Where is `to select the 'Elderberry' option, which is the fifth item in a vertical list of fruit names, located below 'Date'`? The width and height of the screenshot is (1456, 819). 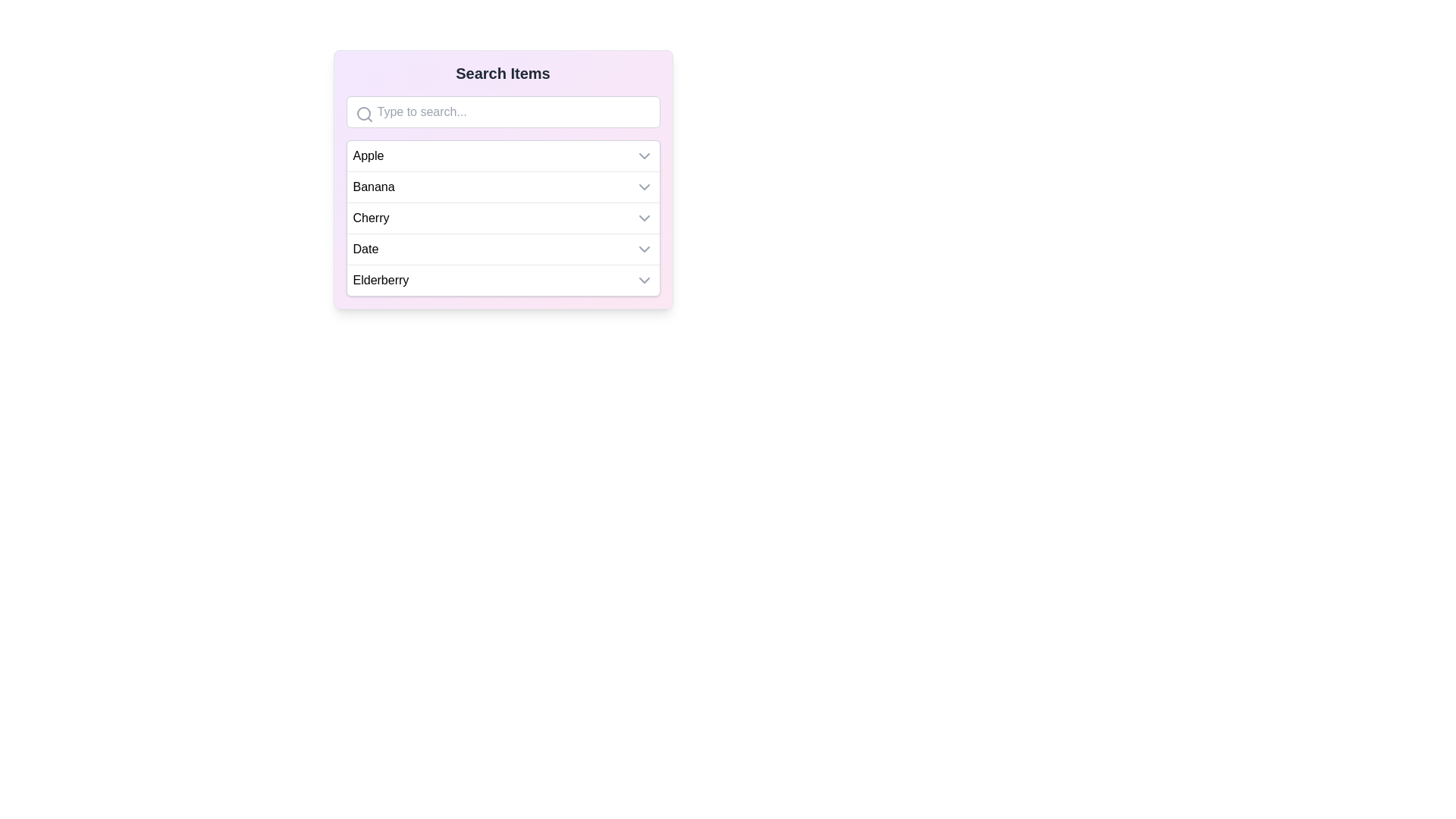
to select the 'Elderberry' option, which is the fifth item in a vertical list of fruit names, located below 'Date' is located at coordinates (503, 280).